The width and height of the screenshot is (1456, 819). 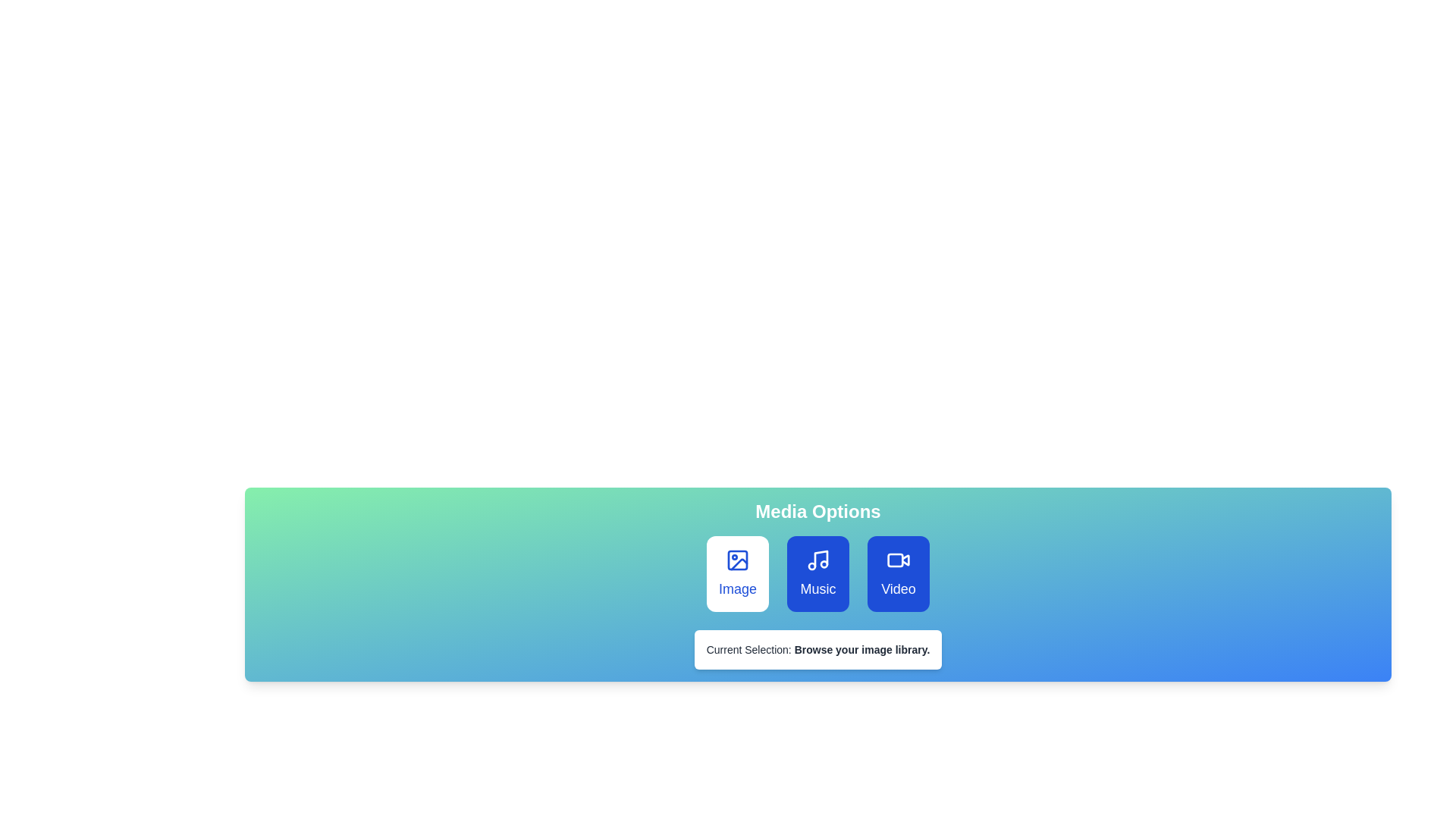 I want to click on the triangular icon within the blue 'Video' button, so click(x=905, y=559).